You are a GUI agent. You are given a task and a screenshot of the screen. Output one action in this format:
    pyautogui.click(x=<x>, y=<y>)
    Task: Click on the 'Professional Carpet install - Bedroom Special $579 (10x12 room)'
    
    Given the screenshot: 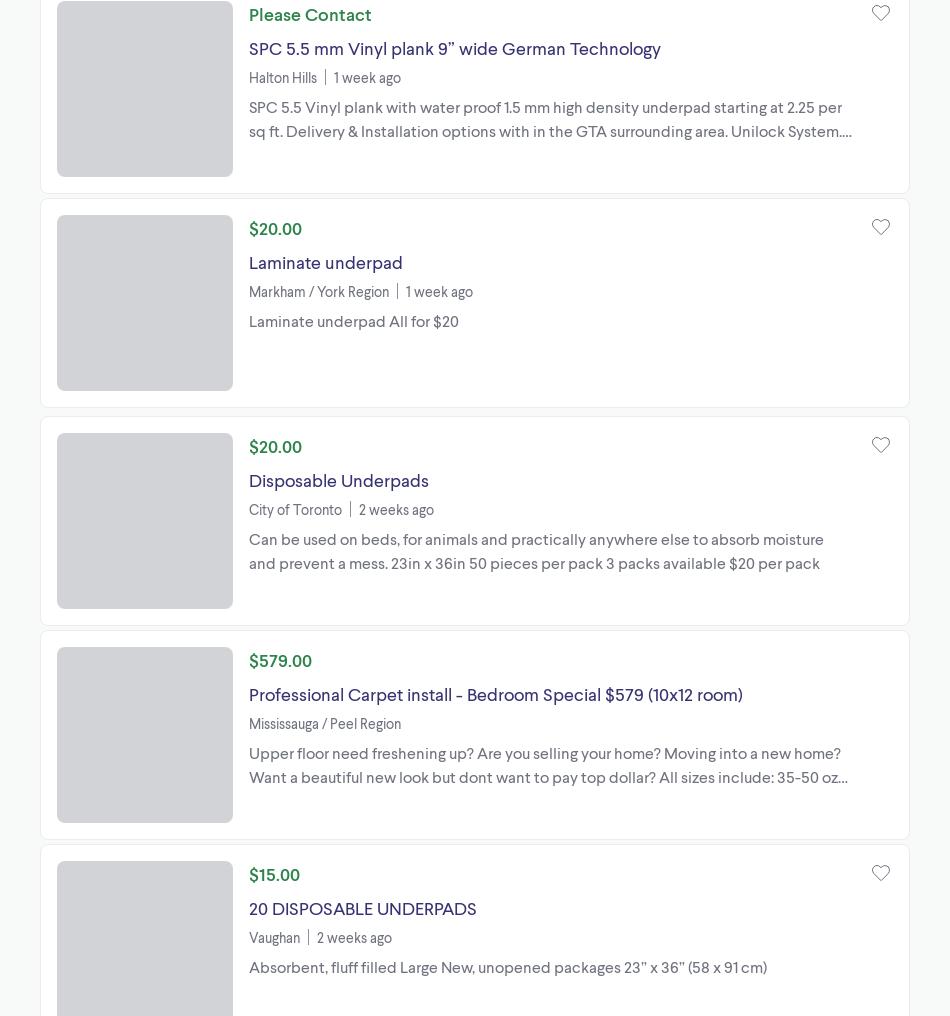 What is the action you would take?
    pyautogui.click(x=495, y=692)
    